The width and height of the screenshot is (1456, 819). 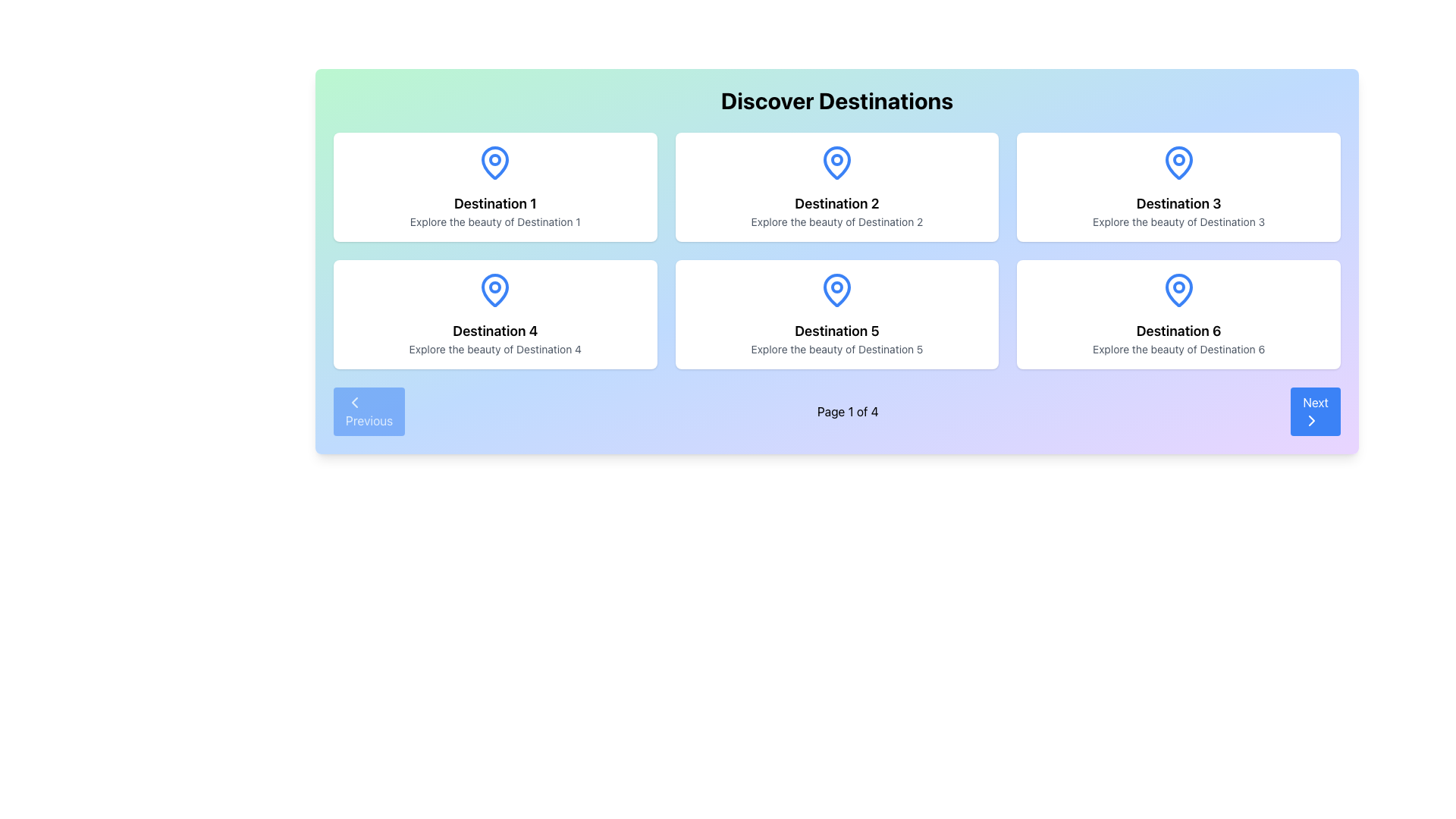 What do you see at coordinates (495, 350) in the screenshot?
I see `the static text that reads 'Explore the beauty of Destination 4', which is styled with a small font size, centered alignment, and gray color, located below the bold text 'Destination 4'` at bounding box center [495, 350].